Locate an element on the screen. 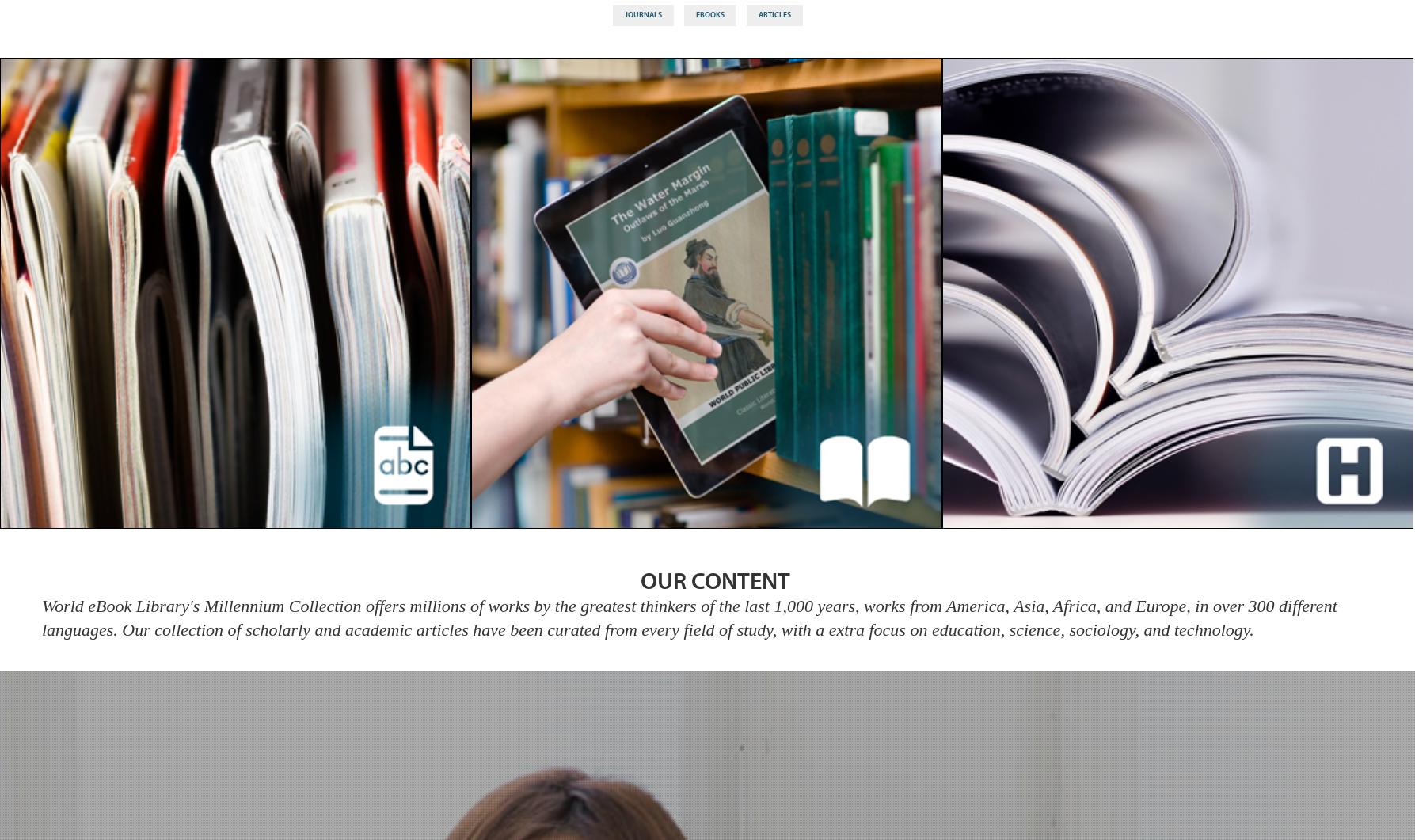 The height and width of the screenshot is (840, 1415). 'OUR CONTENT' is located at coordinates (640, 580).